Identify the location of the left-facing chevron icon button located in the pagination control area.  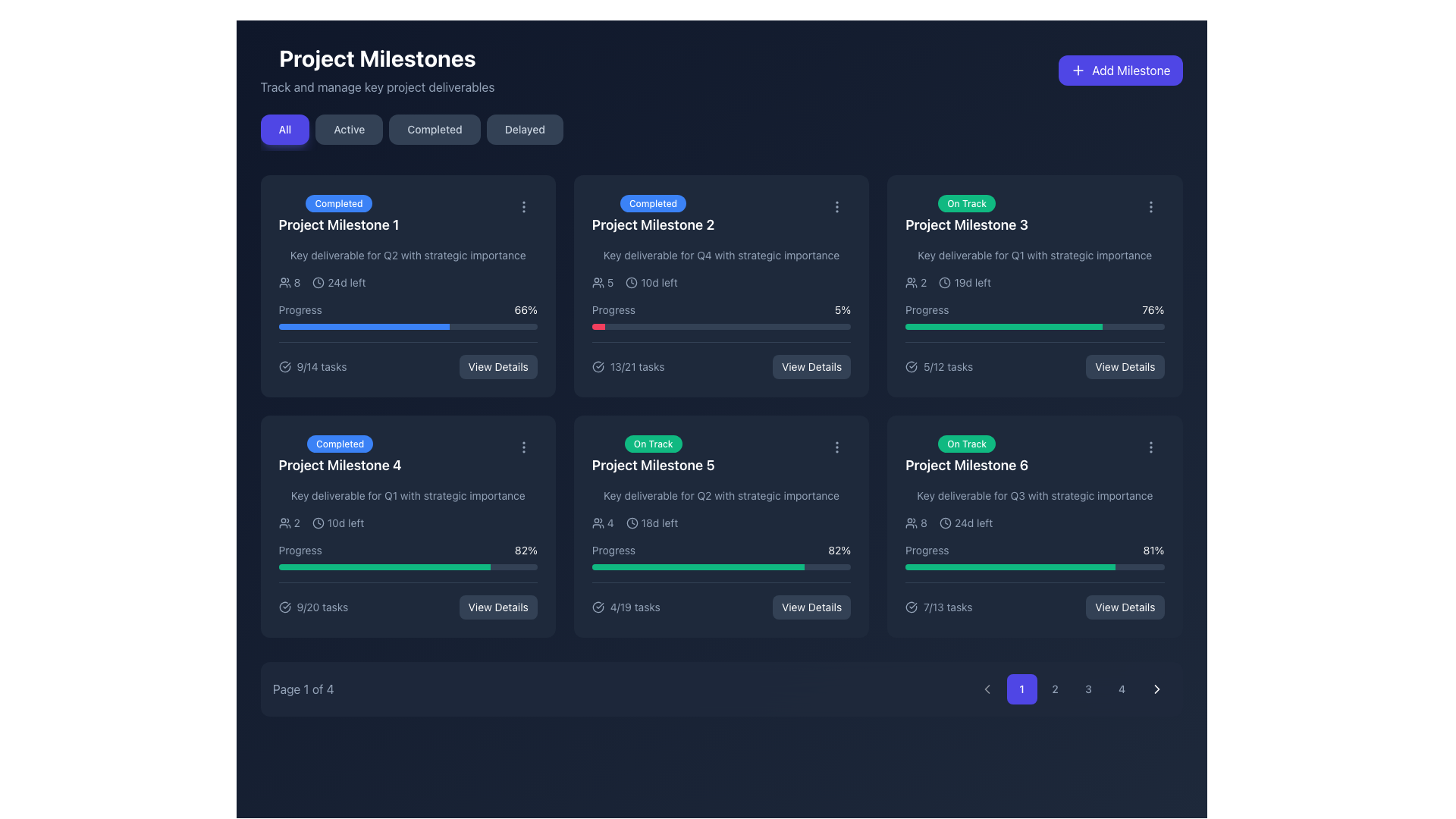
(987, 689).